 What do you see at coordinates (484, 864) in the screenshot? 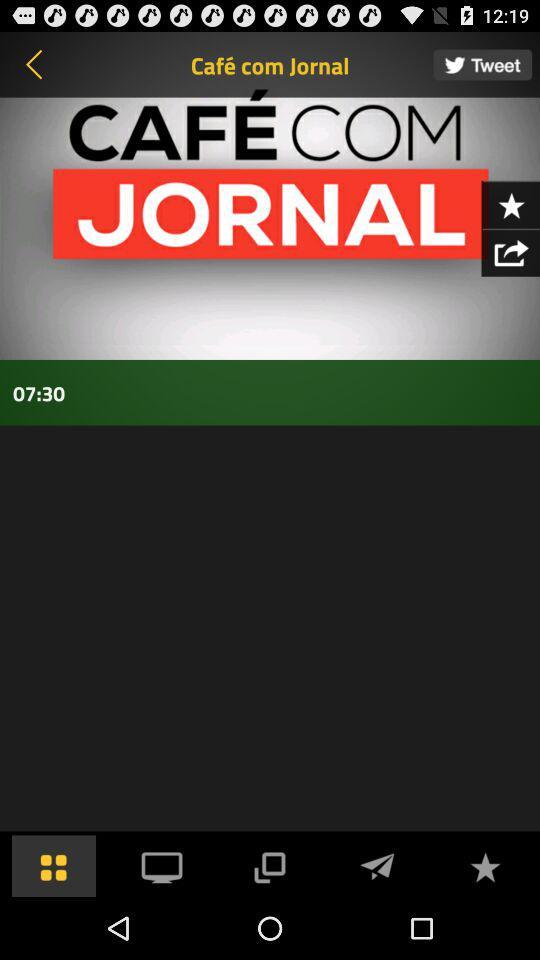
I see `mark as favourite` at bounding box center [484, 864].